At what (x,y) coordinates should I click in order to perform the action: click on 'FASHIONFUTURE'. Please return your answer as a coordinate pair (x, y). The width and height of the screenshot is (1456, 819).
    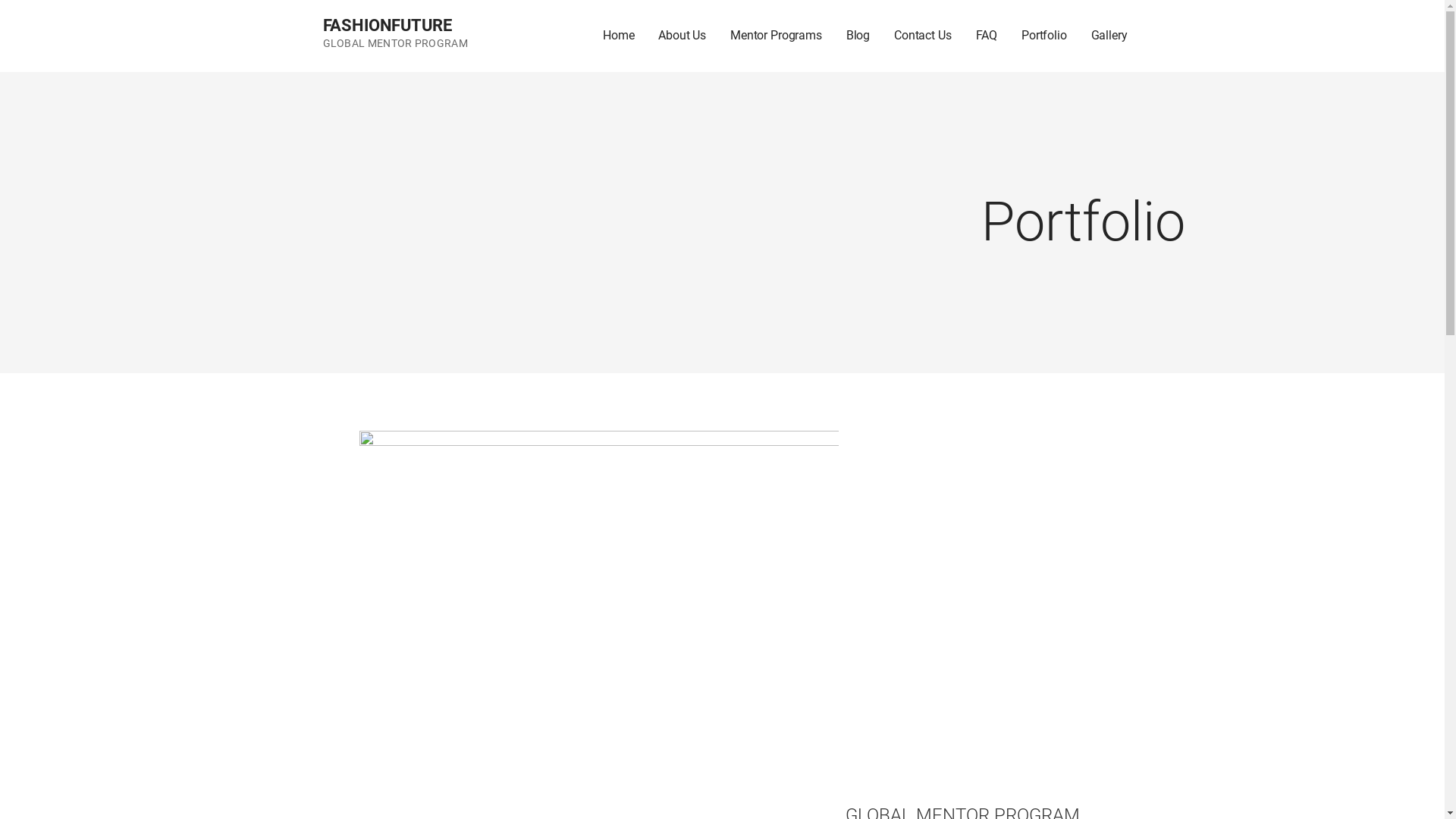
    Looking at the image, I should click on (387, 25).